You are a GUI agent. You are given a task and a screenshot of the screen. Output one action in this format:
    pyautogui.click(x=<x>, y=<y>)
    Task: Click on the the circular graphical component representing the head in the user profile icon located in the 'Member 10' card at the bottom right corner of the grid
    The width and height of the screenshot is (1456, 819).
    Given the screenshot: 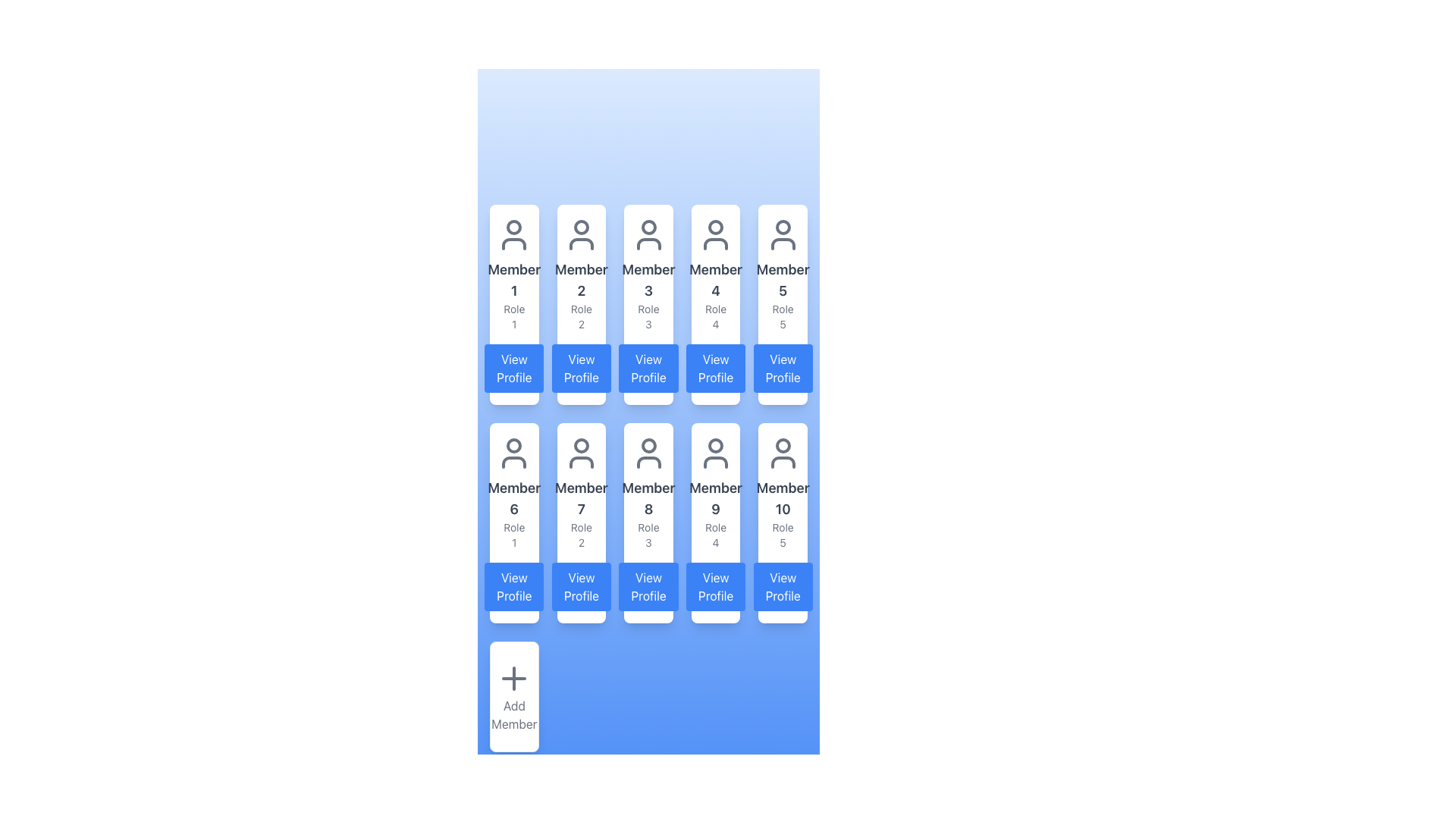 What is the action you would take?
    pyautogui.click(x=783, y=444)
    